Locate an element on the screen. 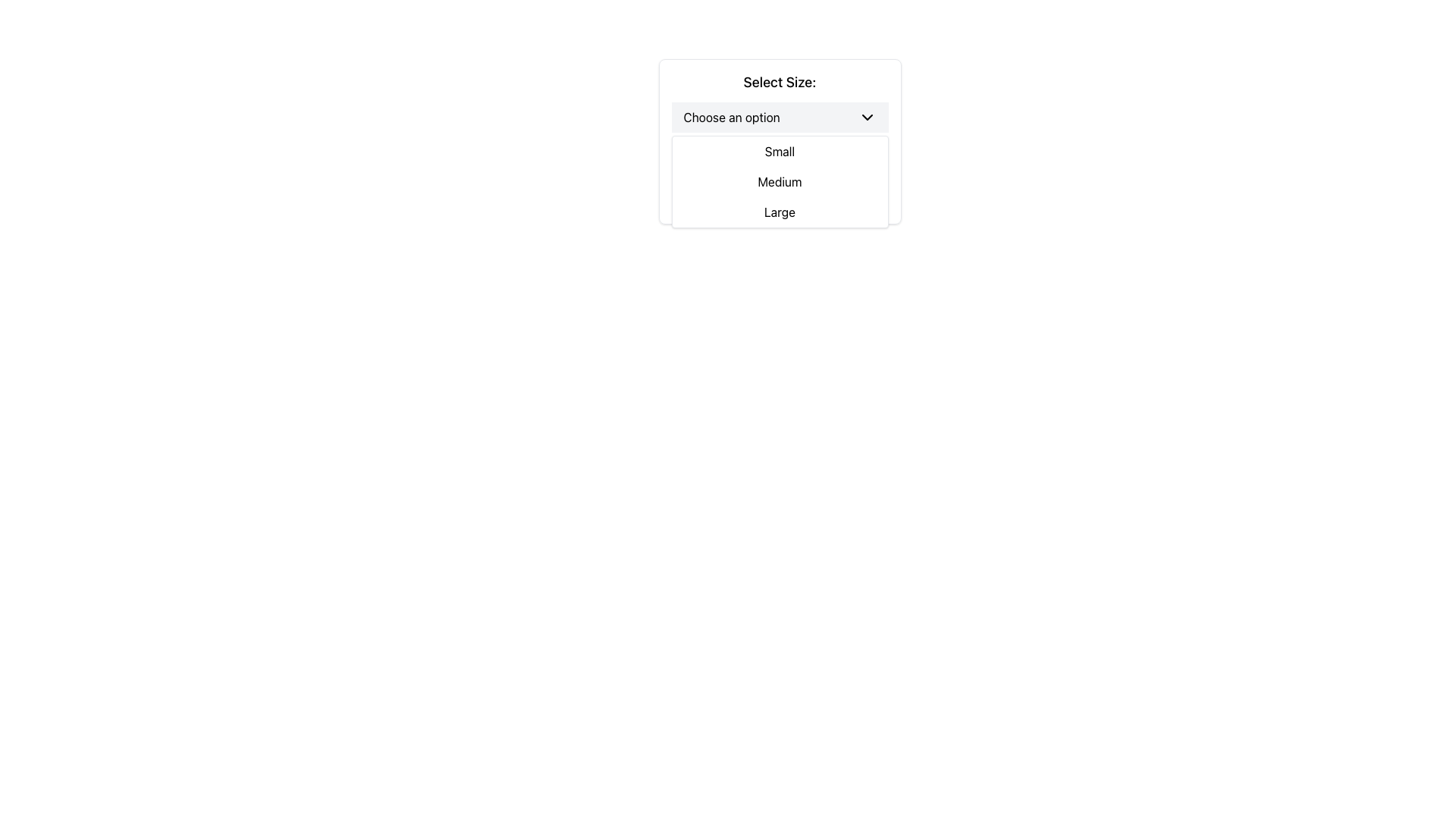 The height and width of the screenshot is (819, 1456). the first item in the dropdown menu that allows users to select the 'Small' size option is located at coordinates (780, 152).